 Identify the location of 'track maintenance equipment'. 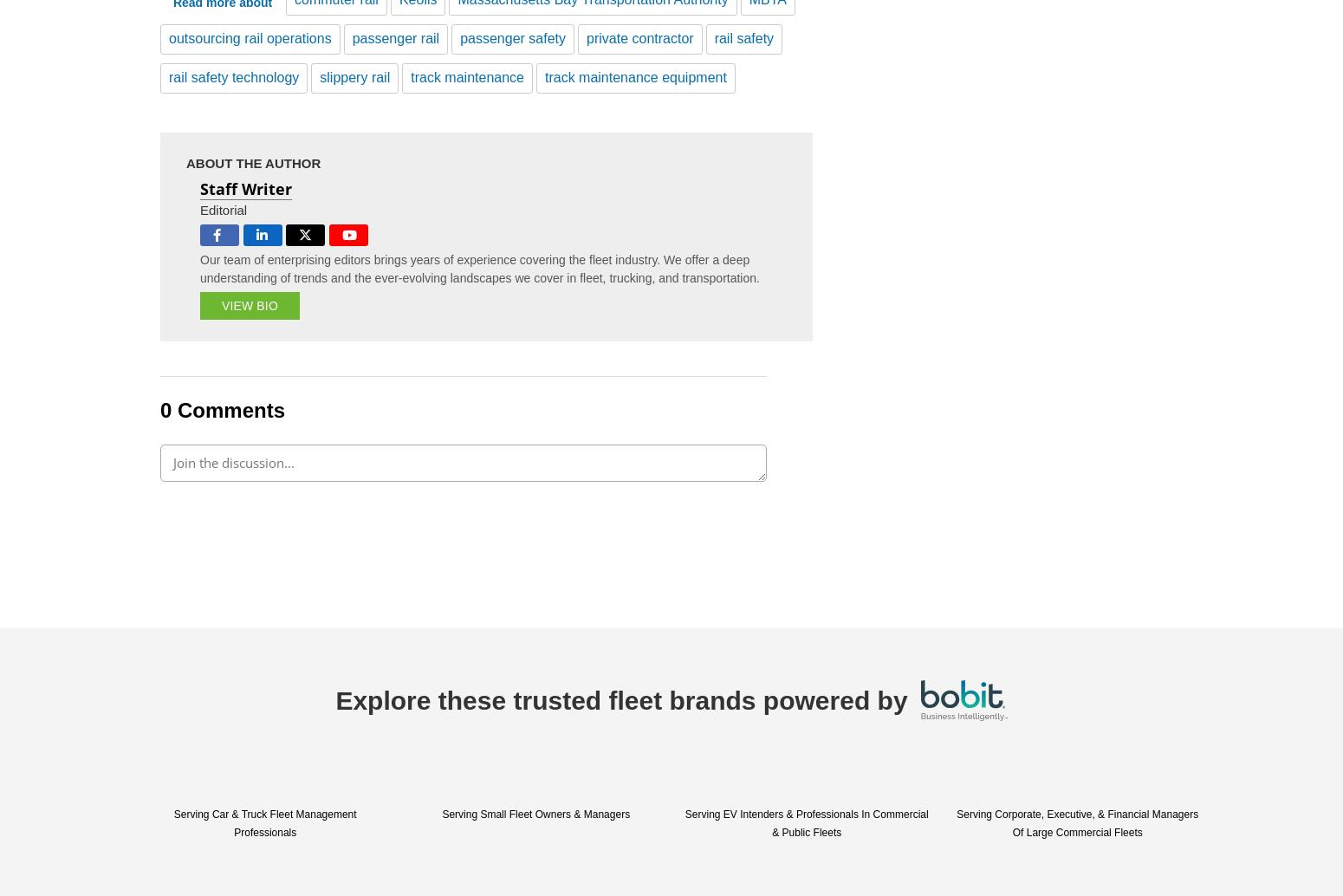
(634, 76).